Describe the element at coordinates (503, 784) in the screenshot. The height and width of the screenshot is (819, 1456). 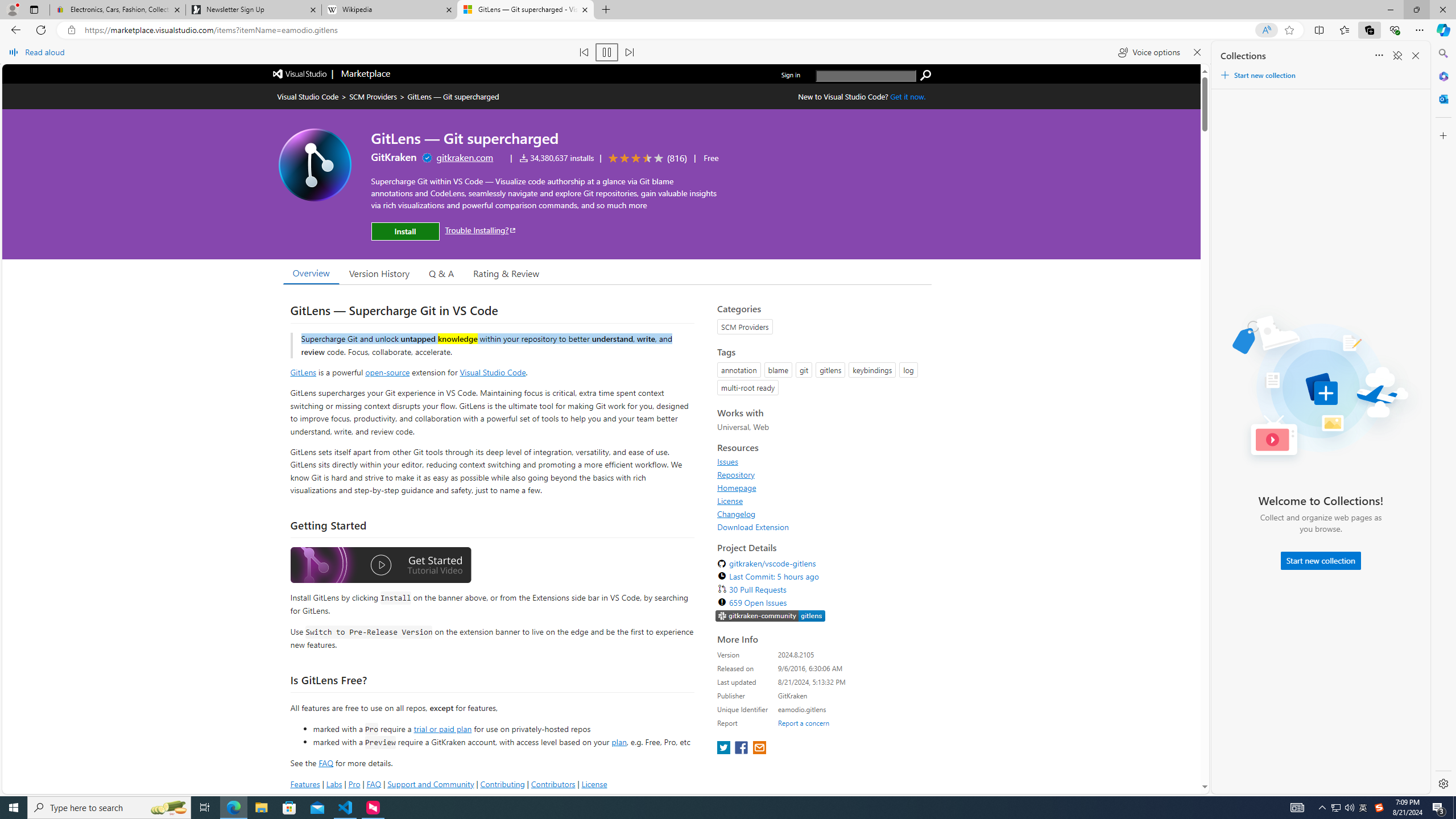
I see `'Contributing'` at that location.